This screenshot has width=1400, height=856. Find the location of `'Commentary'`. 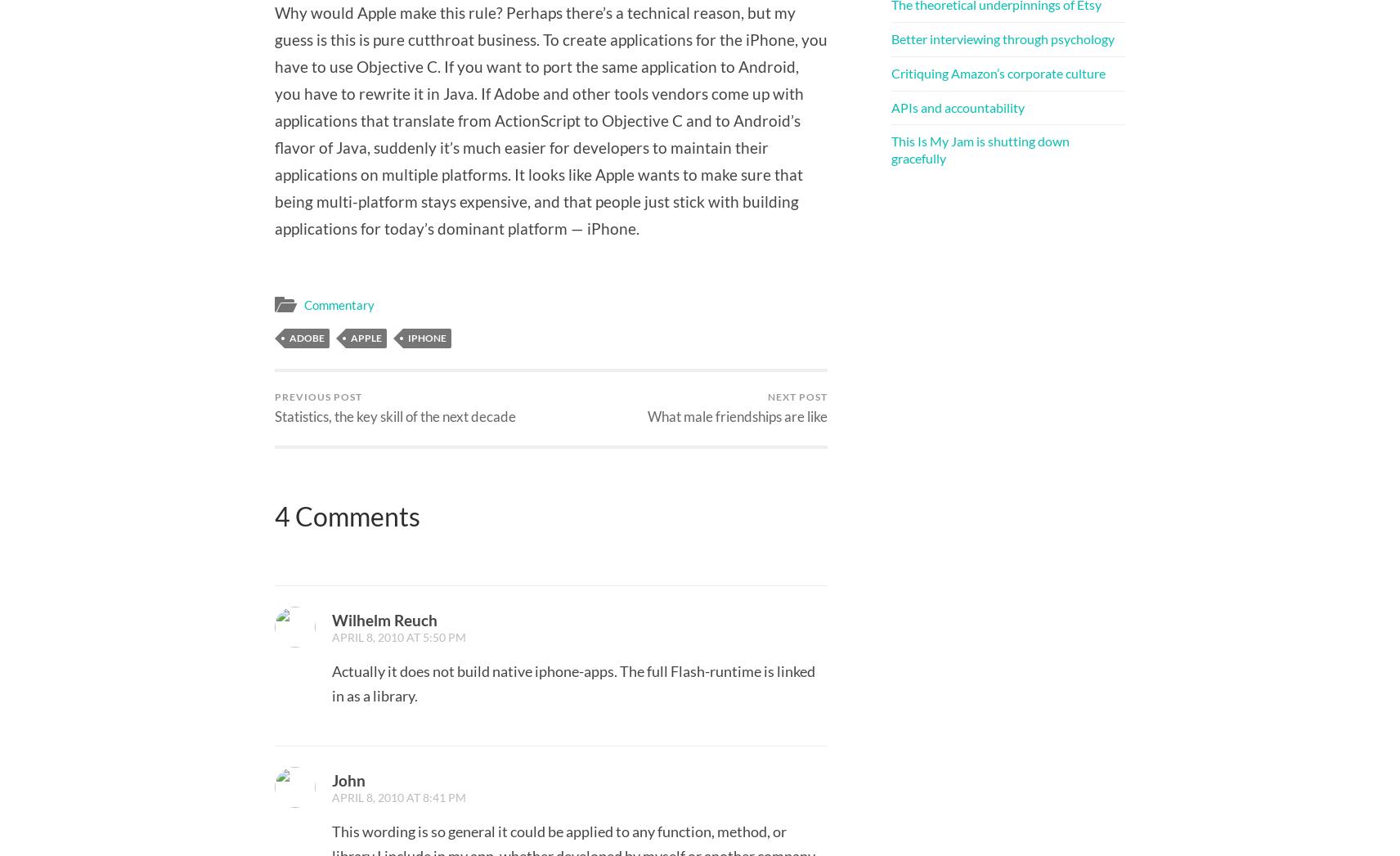

'Commentary' is located at coordinates (339, 305).